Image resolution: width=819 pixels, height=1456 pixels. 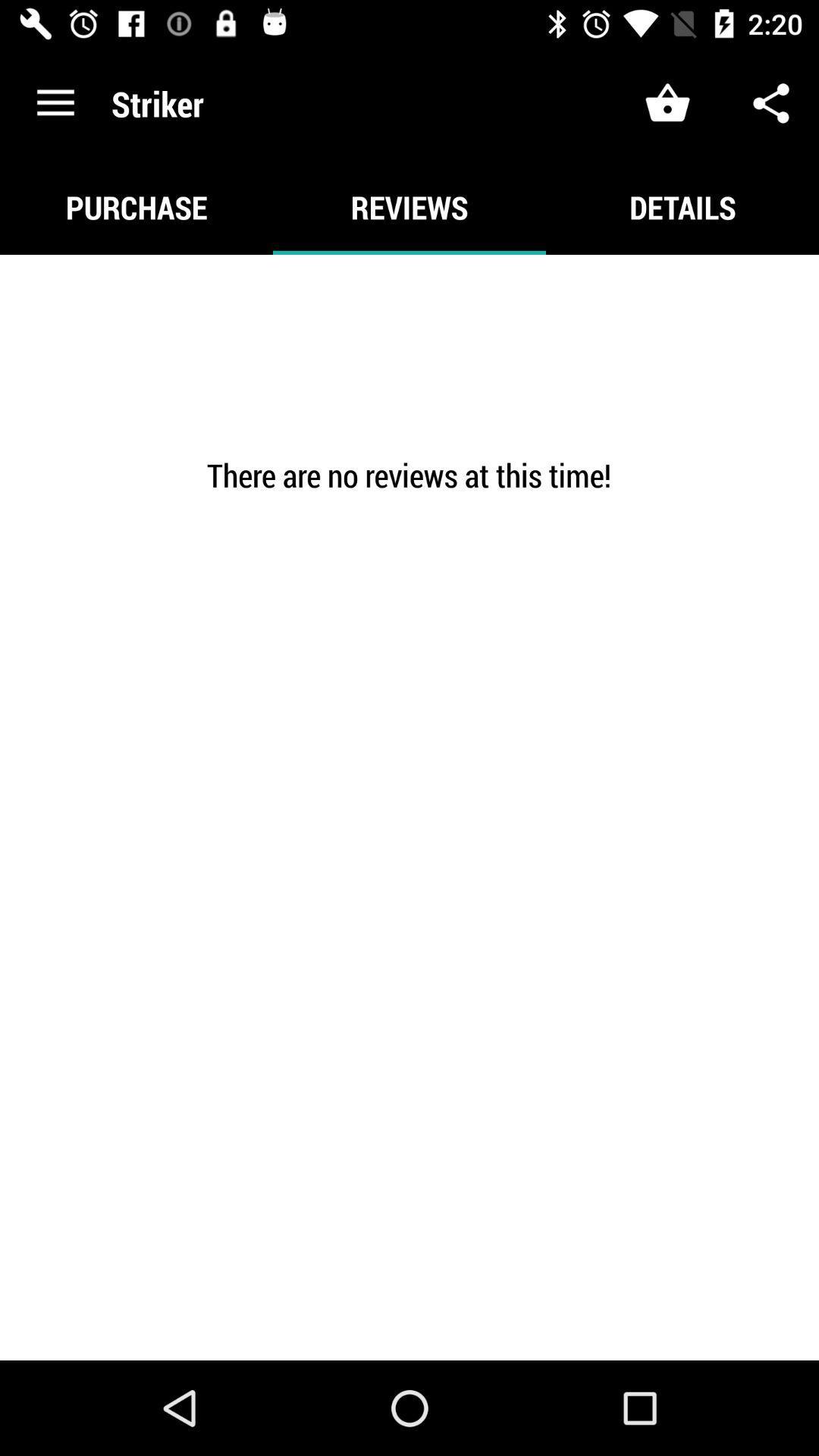 I want to click on the icon to the left of the striker item, so click(x=55, y=102).